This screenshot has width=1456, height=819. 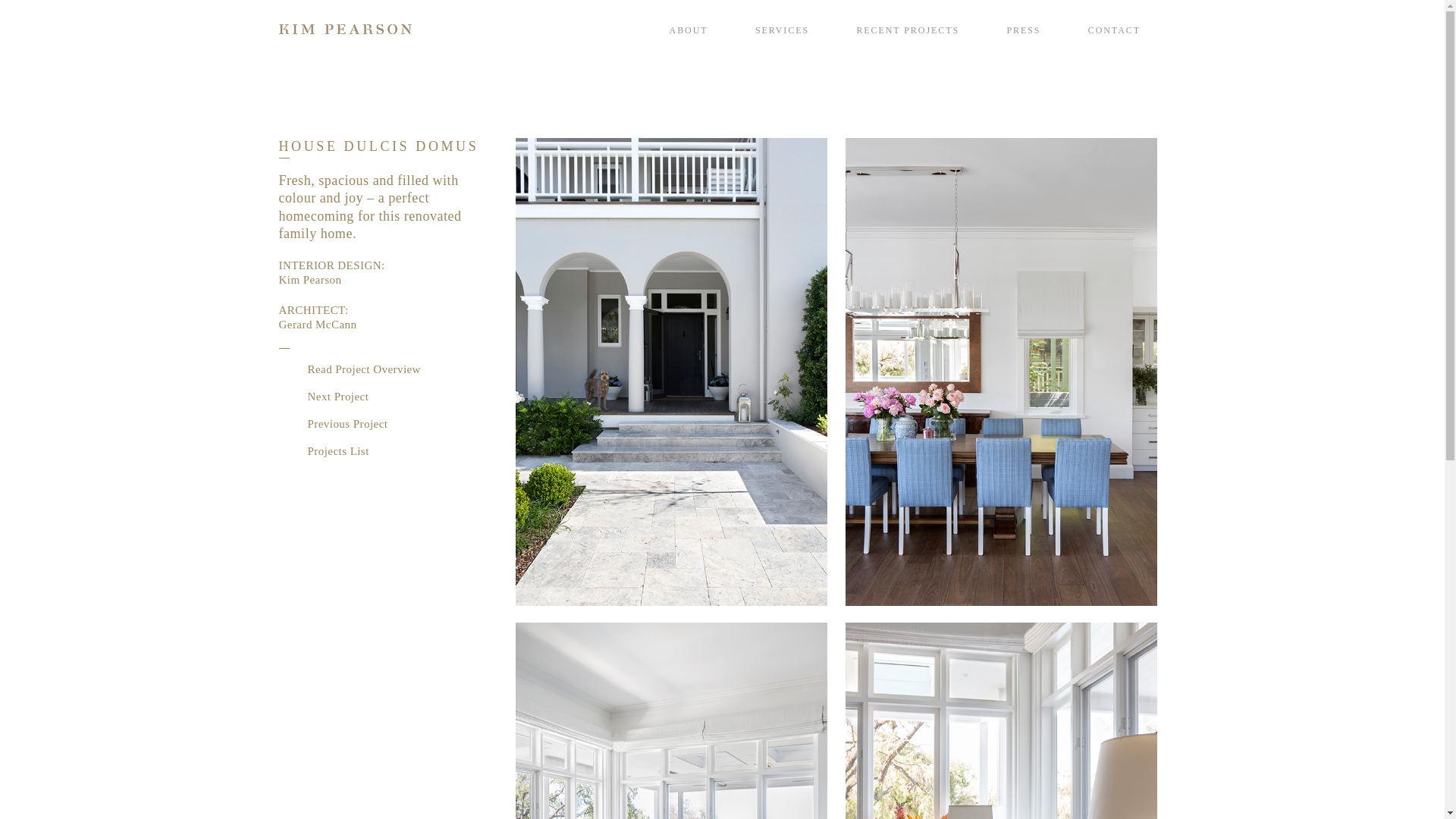 What do you see at coordinates (1023, 30) in the screenshot?
I see `'PRESS'` at bounding box center [1023, 30].